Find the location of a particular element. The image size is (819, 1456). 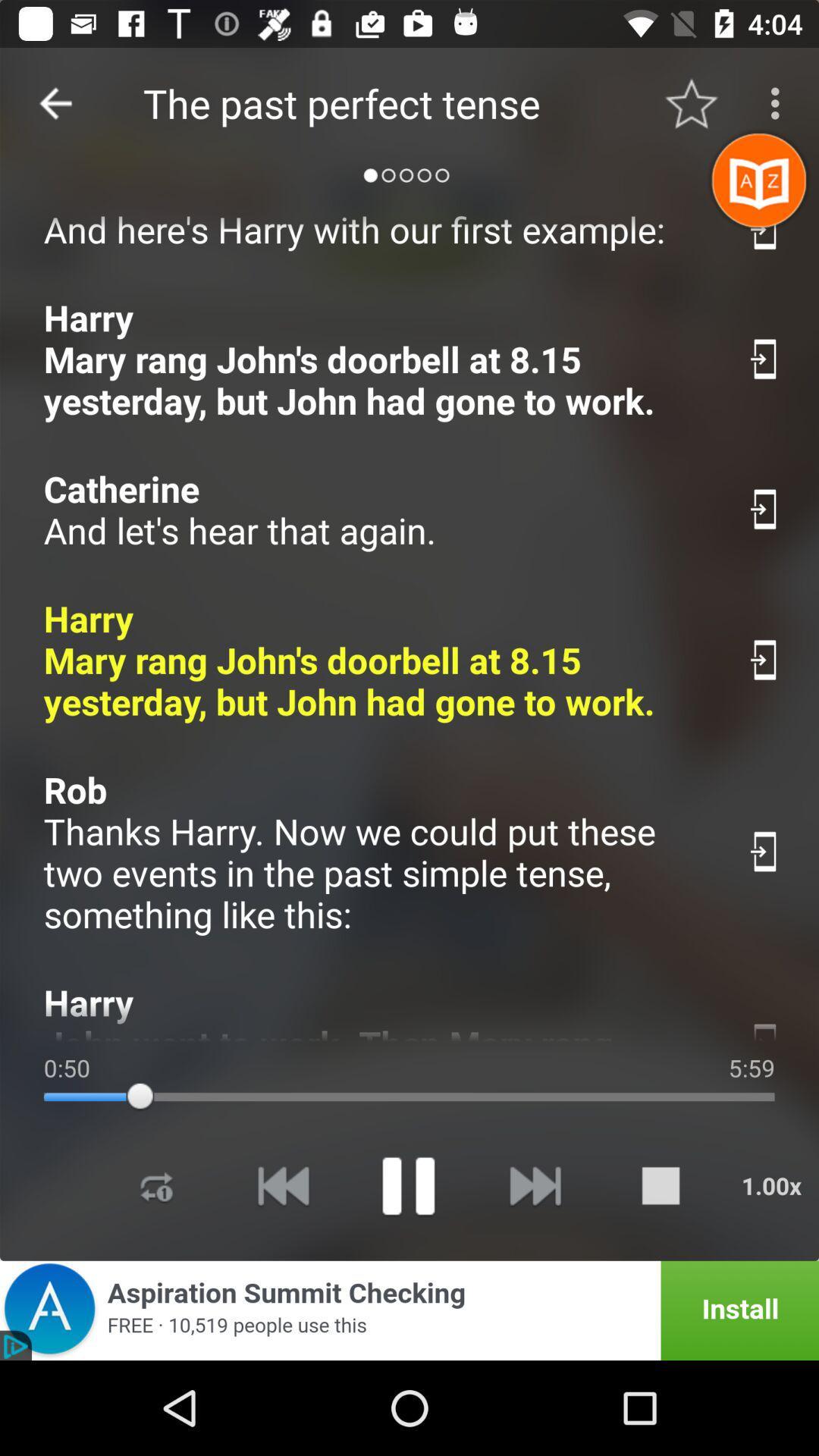

it advances to the next audio track is located at coordinates (534, 1185).